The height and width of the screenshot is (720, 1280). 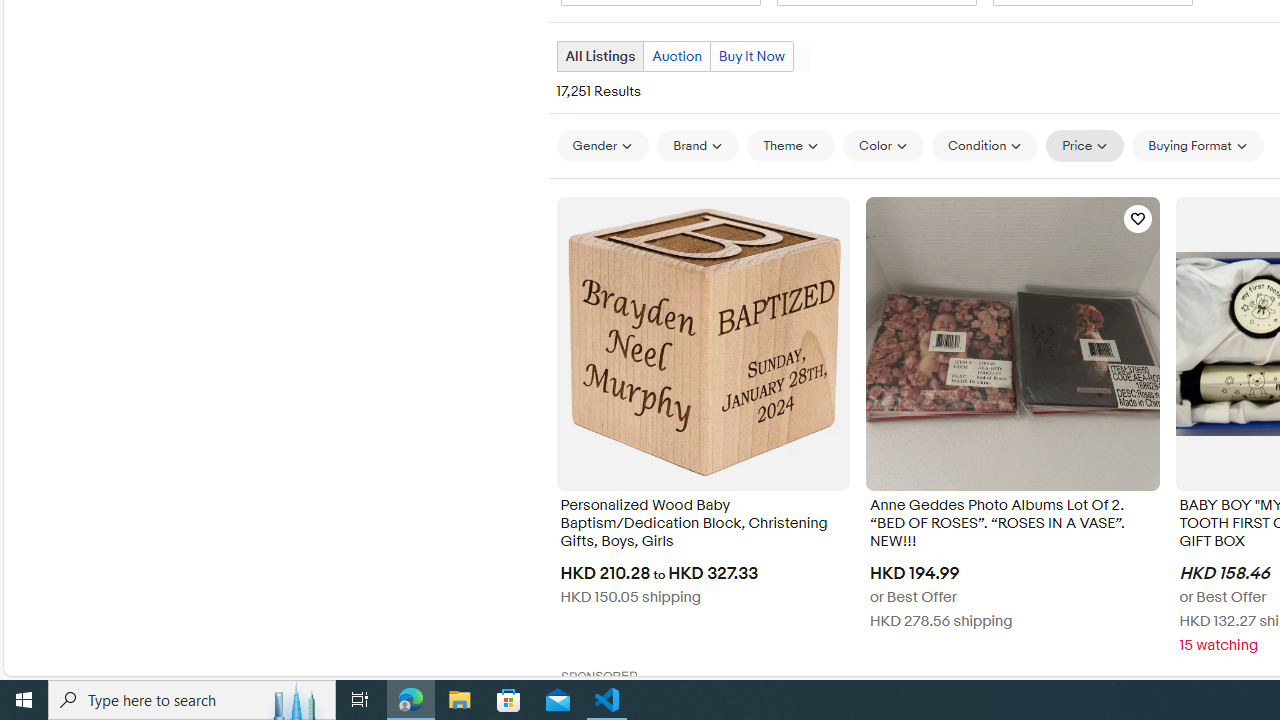 I want to click on 'Color', so click(x=882, y=145).